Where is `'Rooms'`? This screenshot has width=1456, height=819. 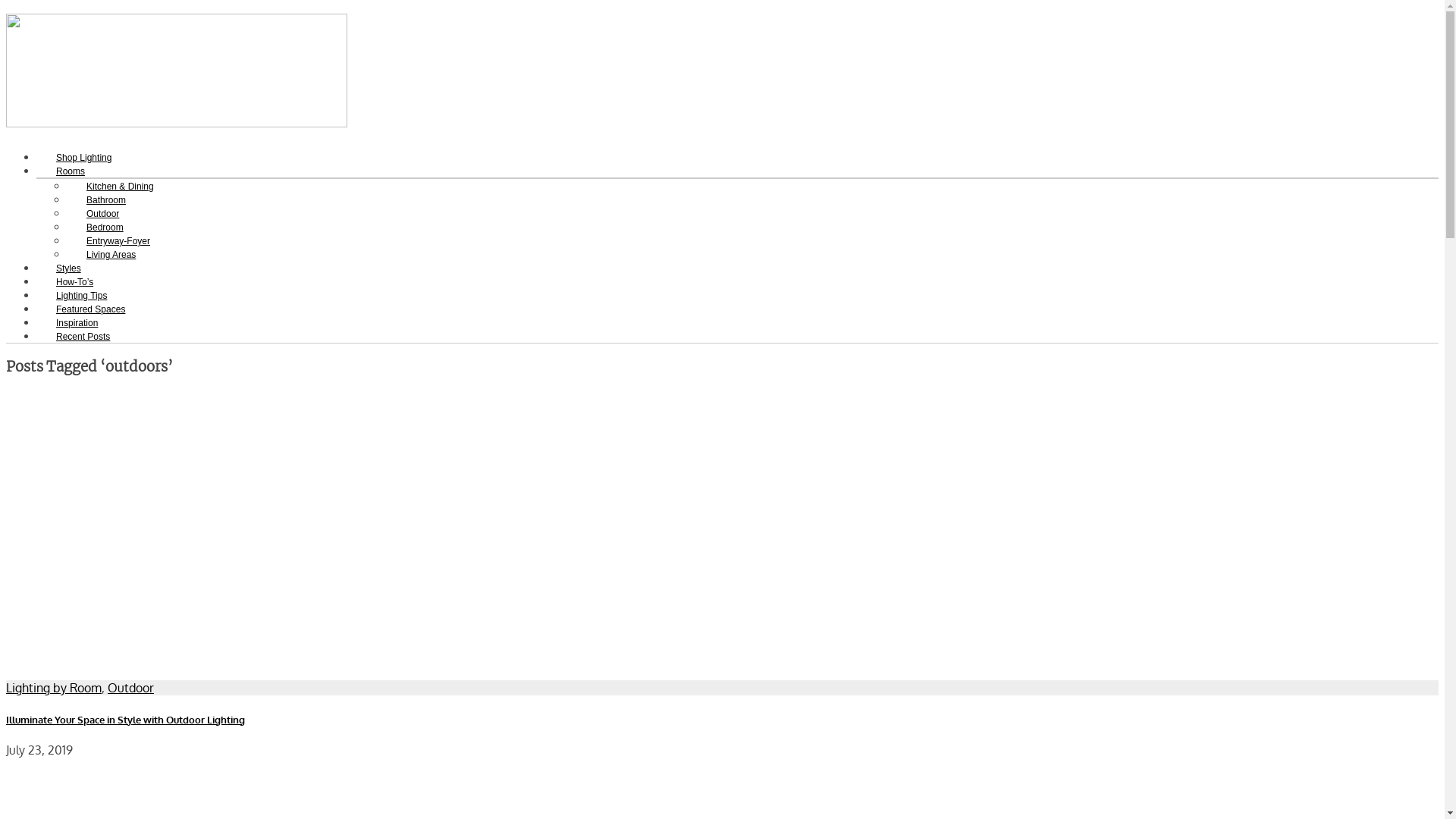
'Rooms' is located at coordinates (69, 171).